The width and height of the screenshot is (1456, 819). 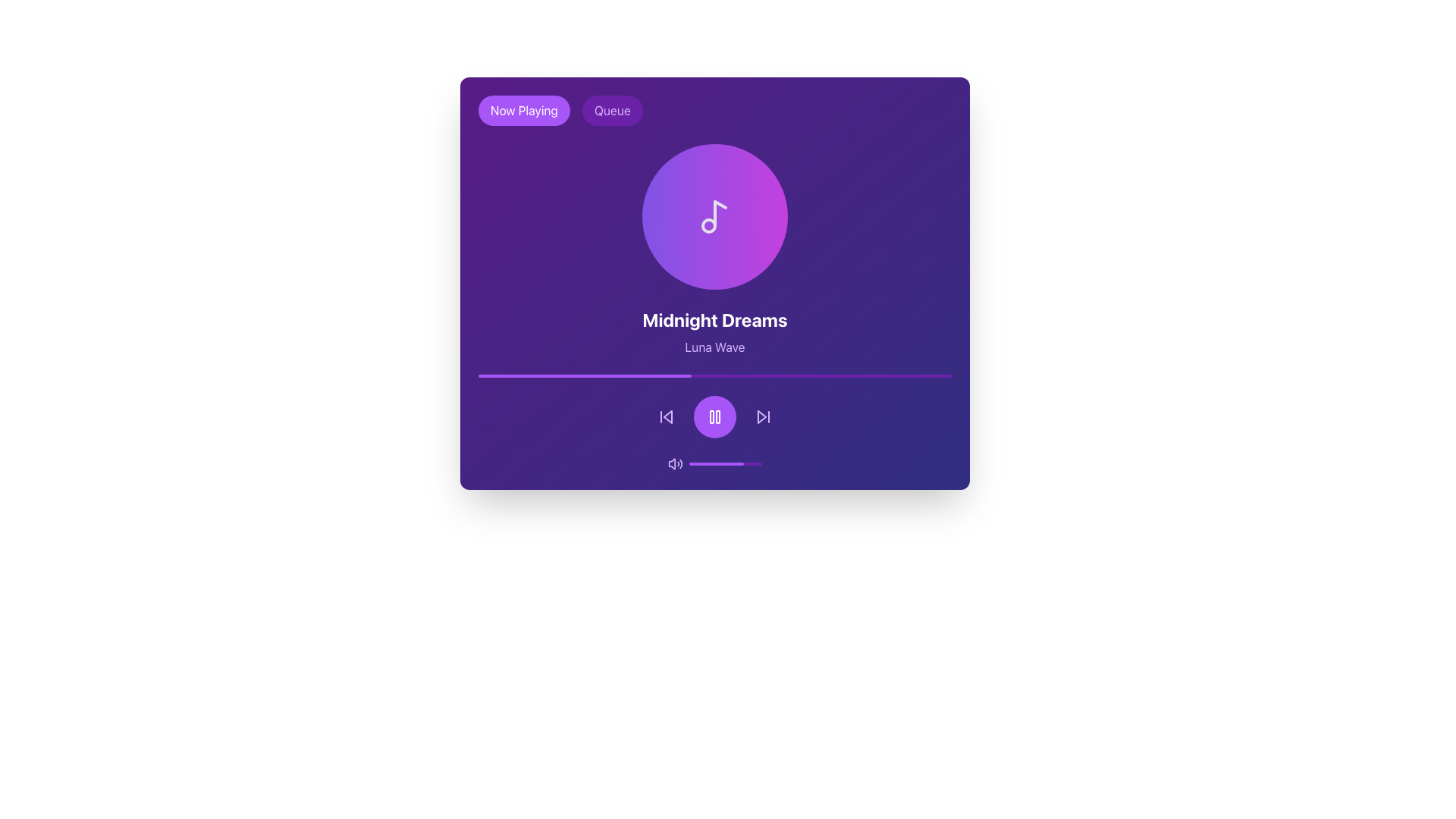 What do you see at coordinates (675, 463) in the screenshot?
I see `the minimalist purple speaker icon with sound waves, located to the left of the progress bar in the music playback section` at bounding box center [675, 463].